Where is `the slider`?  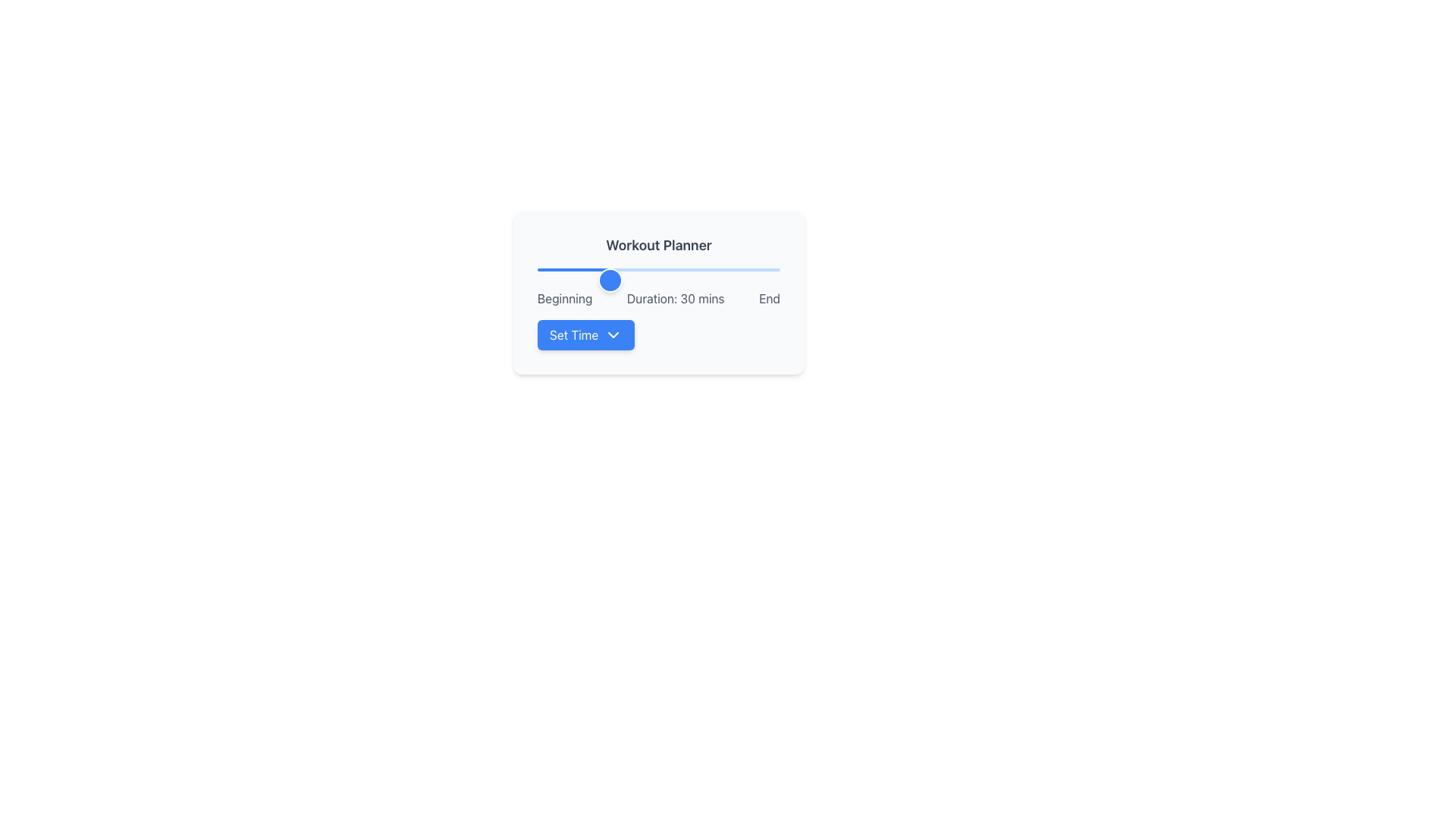 the slider is located at coordinates (607, 268).